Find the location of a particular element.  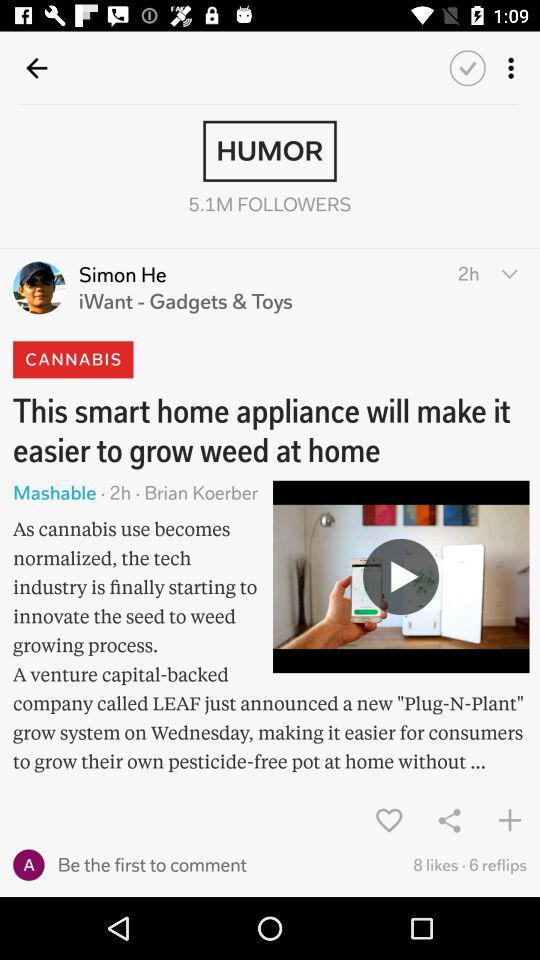

the play icon is located at coordinates (401, 576).